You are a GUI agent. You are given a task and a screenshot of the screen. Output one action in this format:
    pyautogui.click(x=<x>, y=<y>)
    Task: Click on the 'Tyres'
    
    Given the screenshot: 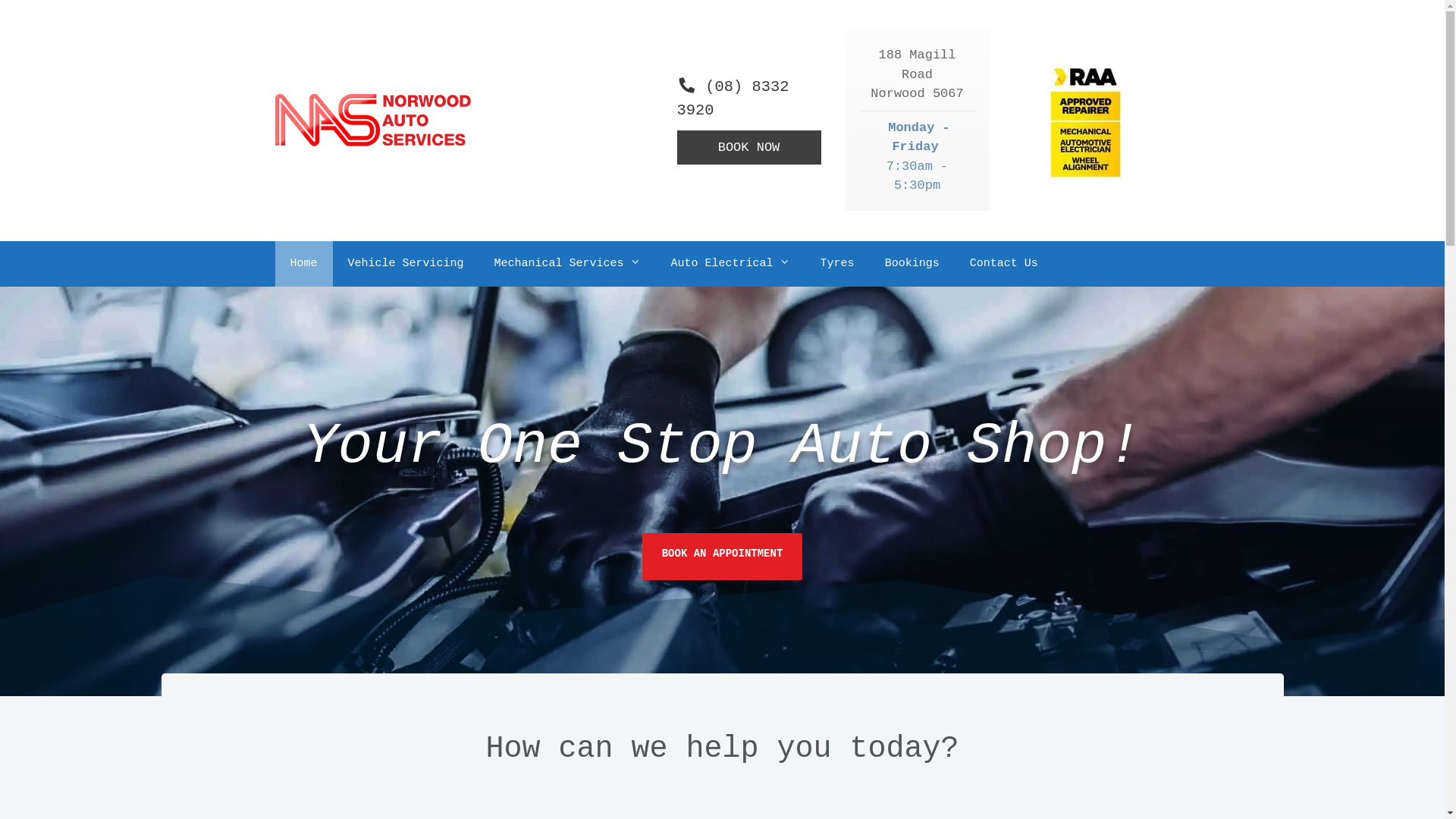 What is the action you would take?
    pyautogui.click(x=836, y=262)
    